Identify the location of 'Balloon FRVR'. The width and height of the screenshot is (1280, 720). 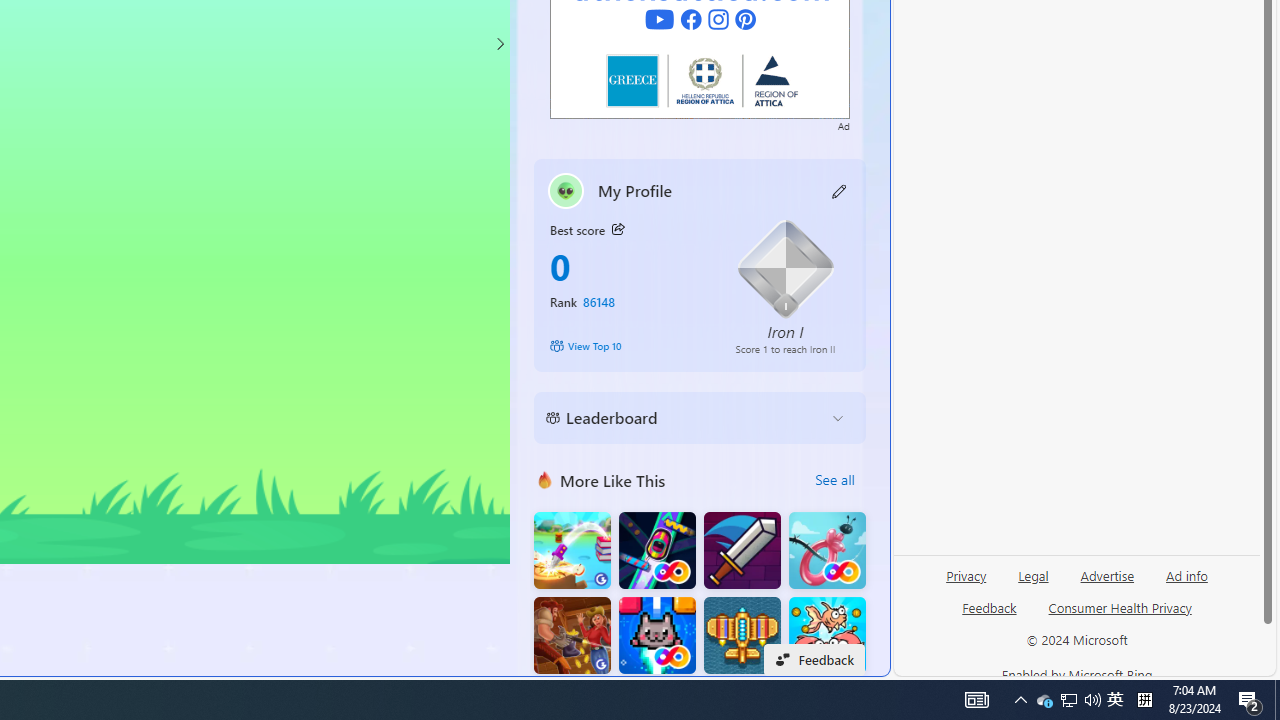
(827, 550).